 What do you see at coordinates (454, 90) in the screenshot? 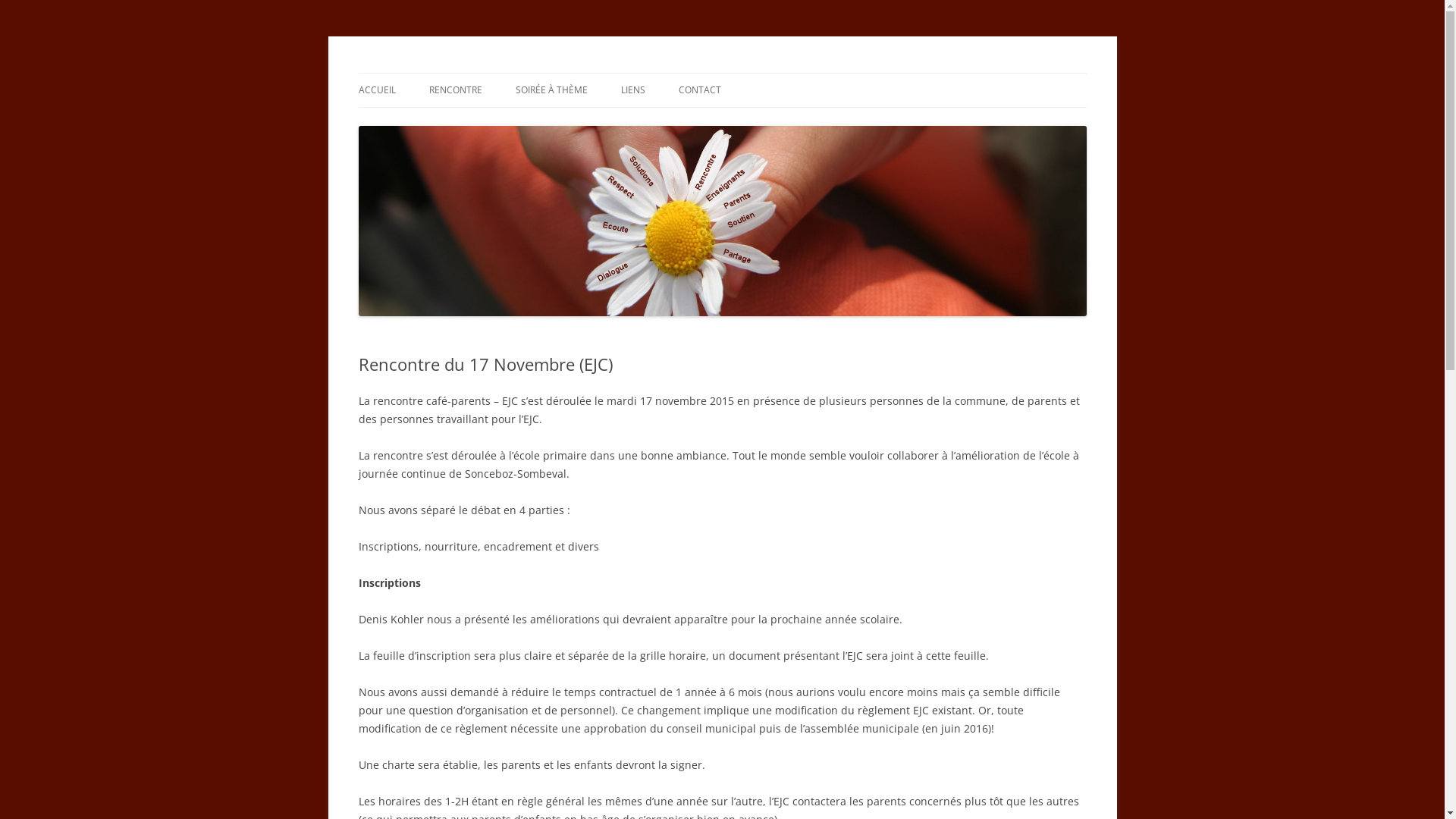
I see `'RENCONTRE'` at bounding box center [454, 90].